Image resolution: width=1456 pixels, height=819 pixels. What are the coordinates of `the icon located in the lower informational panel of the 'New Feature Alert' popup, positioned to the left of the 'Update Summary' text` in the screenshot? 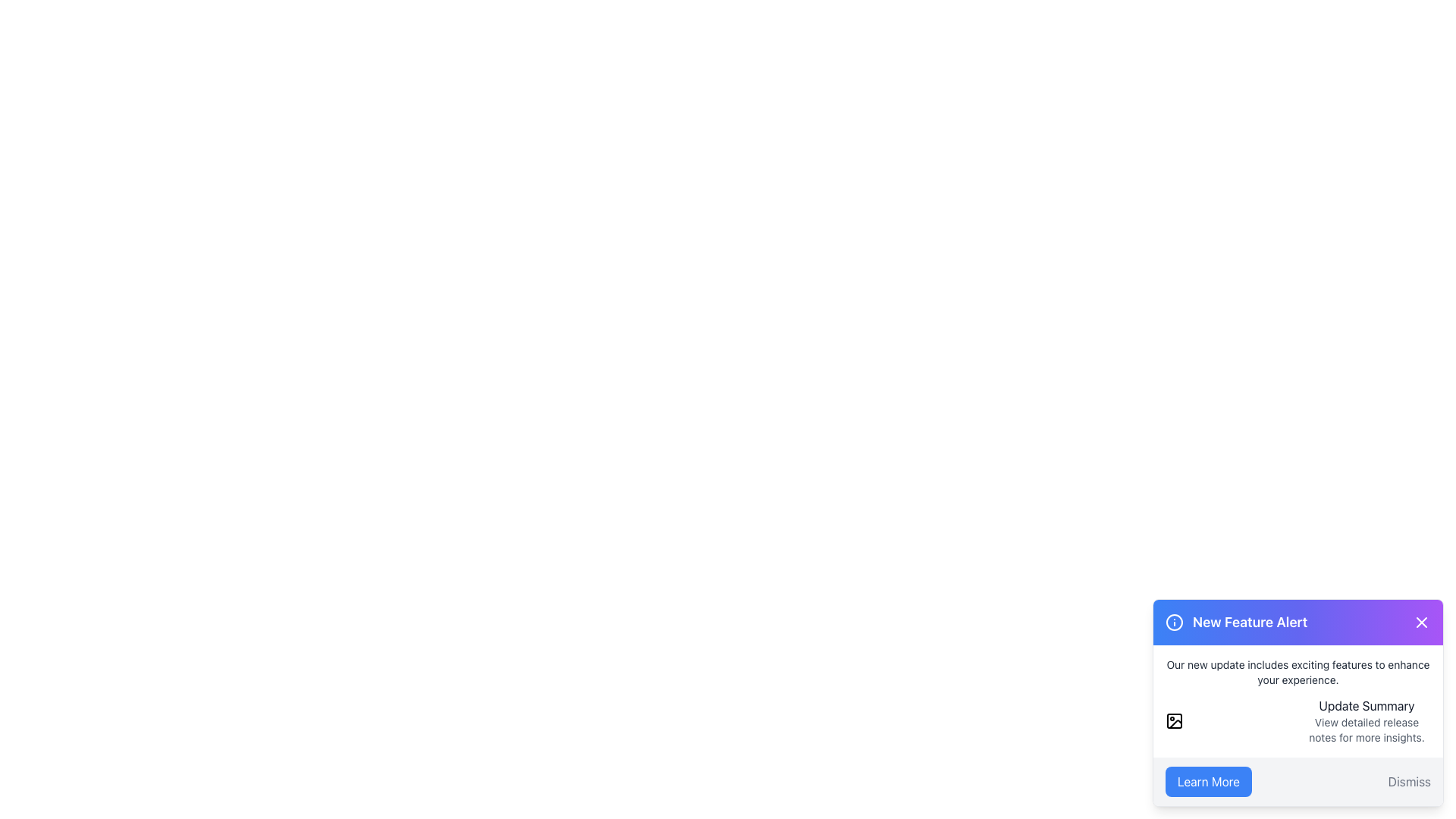 It's located at (1174, 720).